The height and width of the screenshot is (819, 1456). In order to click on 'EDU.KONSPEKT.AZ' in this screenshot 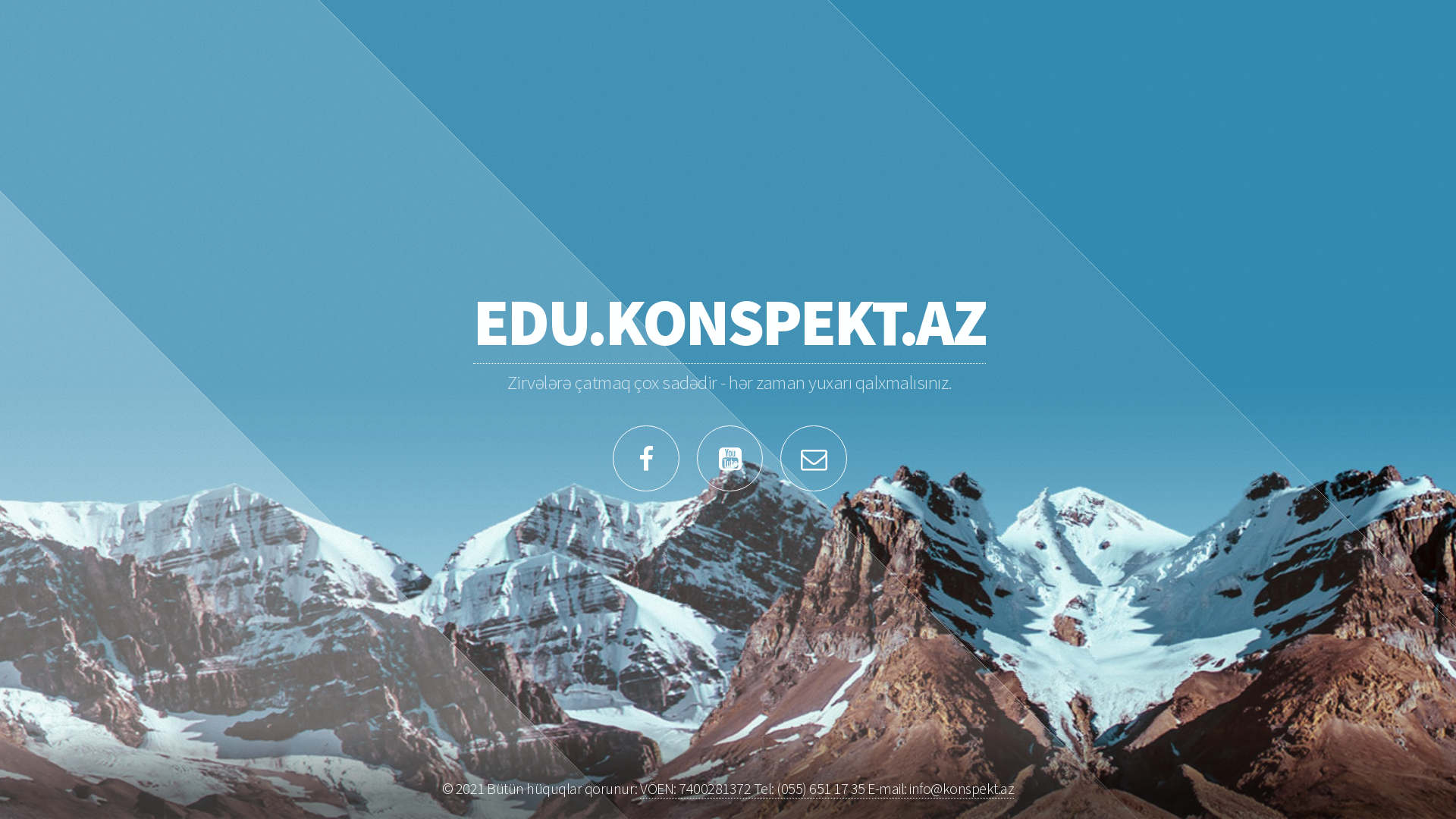, I will do `click(729, 321)`.